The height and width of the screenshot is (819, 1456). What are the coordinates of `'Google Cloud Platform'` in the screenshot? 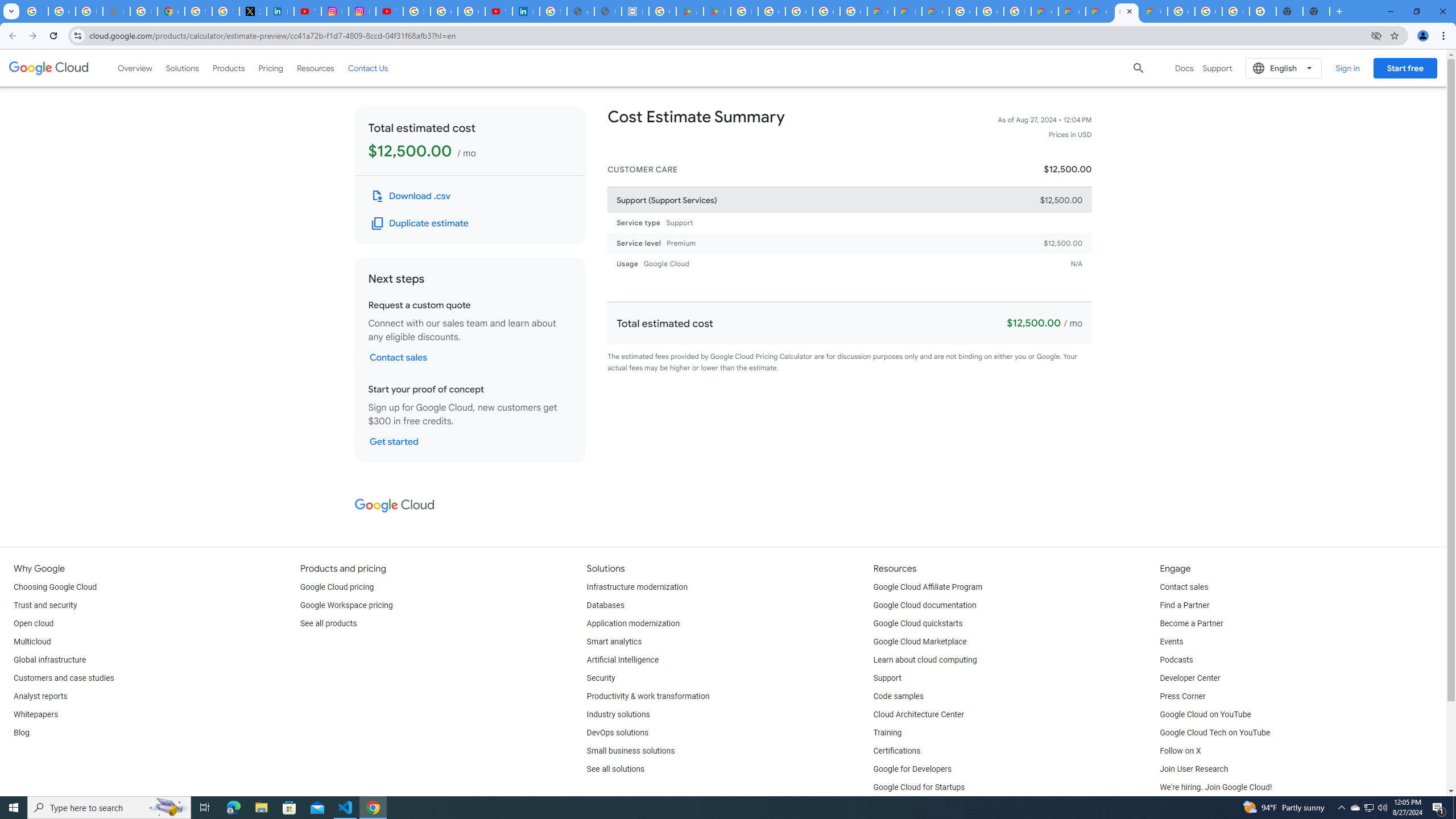 It's located at (962, 11).